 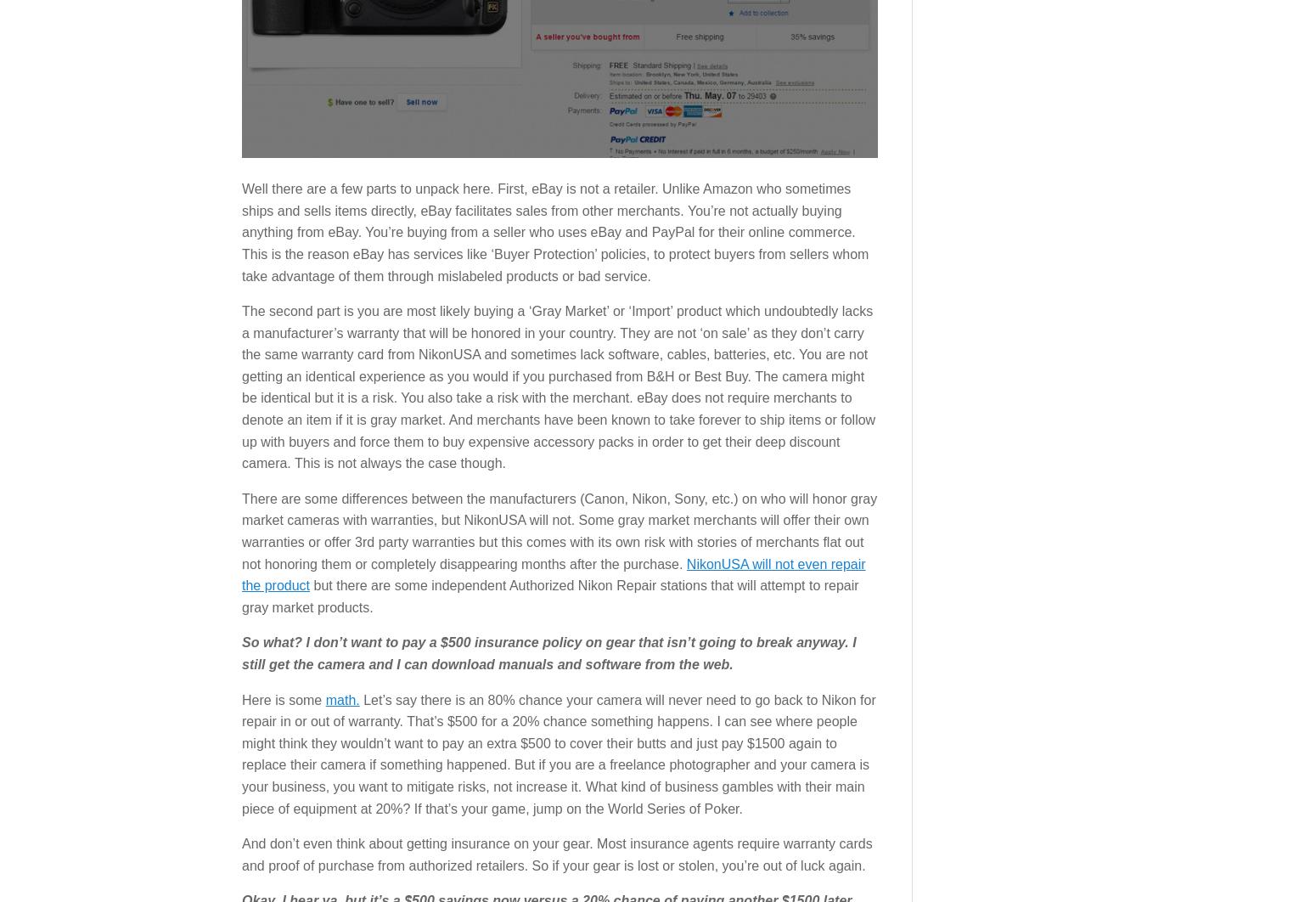 What do you see at coordinates (261, 453) in the screenshot?
I see `'Gear Reviews'` at bounding box center [261, 453].